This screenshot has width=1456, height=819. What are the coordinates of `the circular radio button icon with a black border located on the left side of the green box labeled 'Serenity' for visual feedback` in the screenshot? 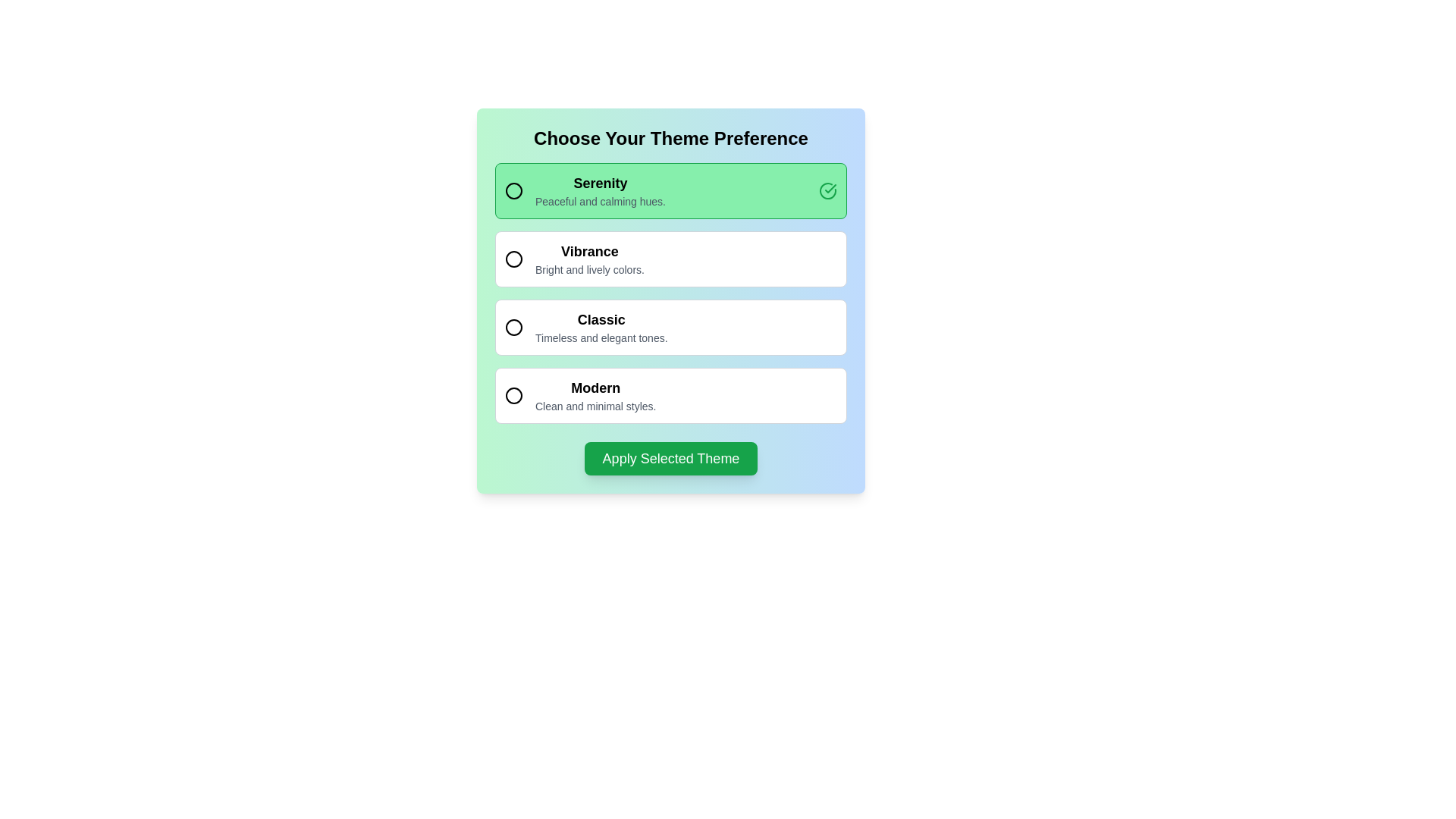 It's located at (513, 190).